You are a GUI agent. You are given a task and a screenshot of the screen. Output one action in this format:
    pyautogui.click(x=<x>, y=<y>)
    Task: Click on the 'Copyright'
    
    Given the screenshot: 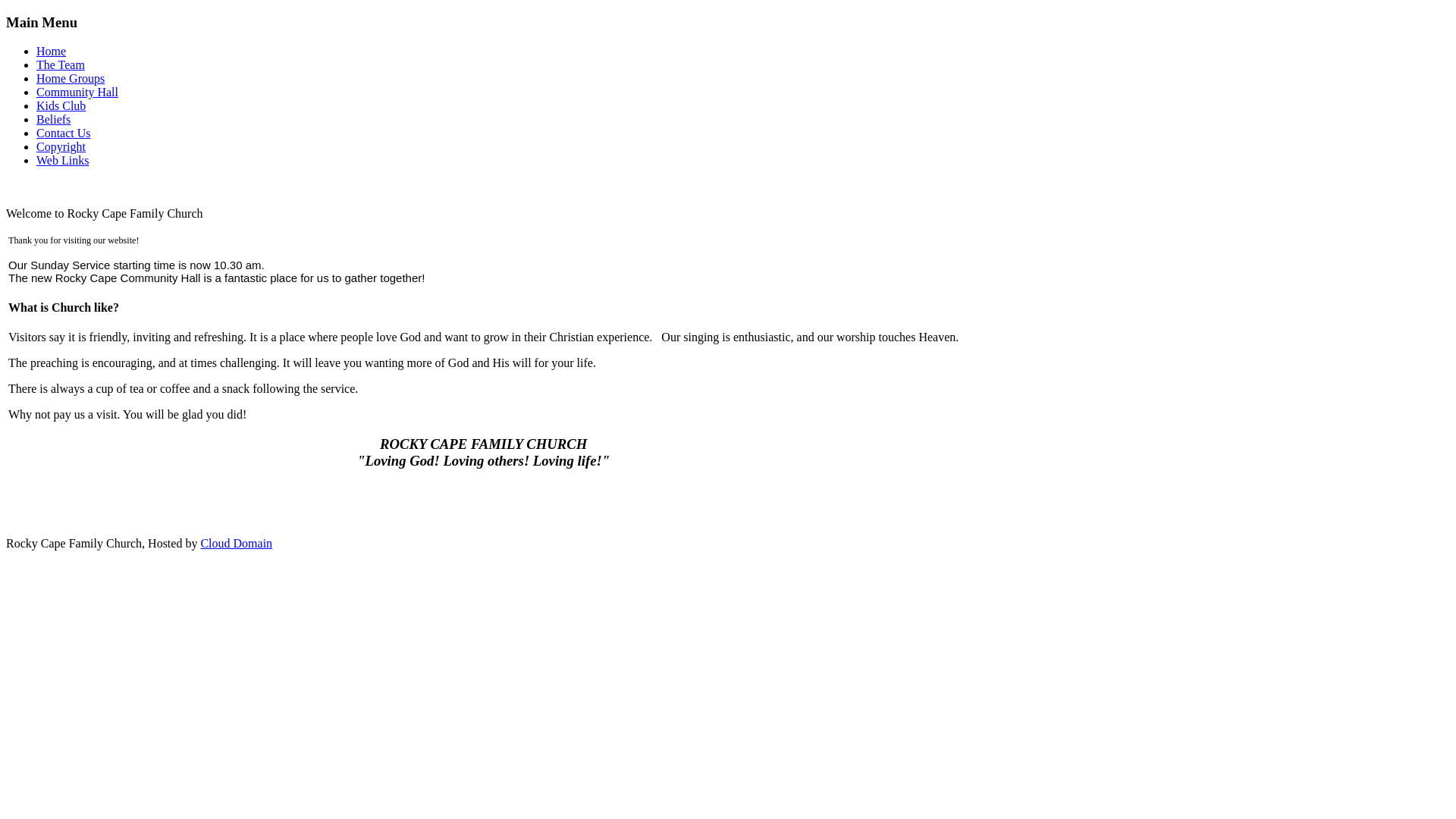 What is the action you would take?
    pyautogui.click(x=61, y=146)
    